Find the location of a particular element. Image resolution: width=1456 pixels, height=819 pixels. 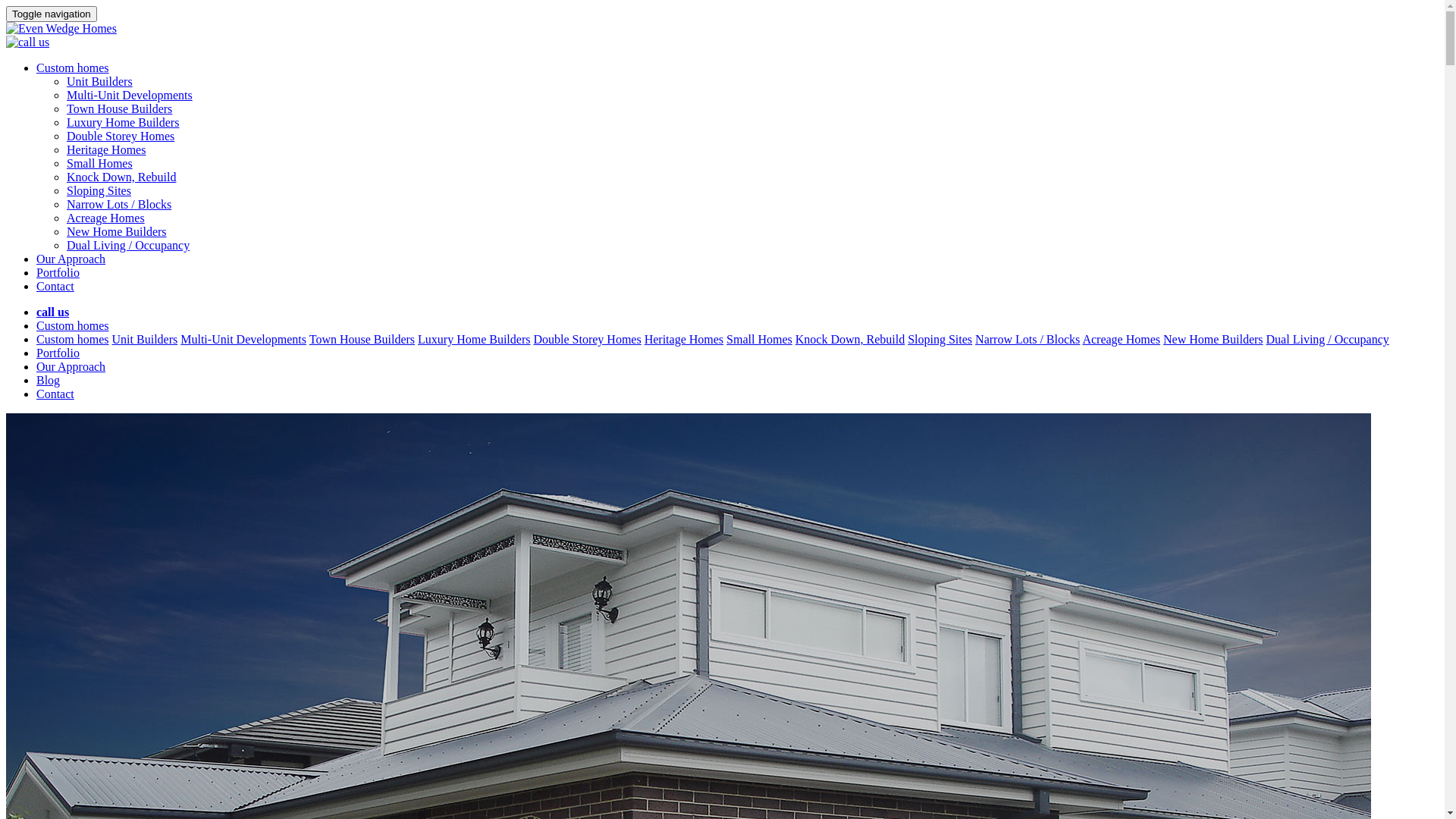

'call us' is located at coordinates (52, 311).